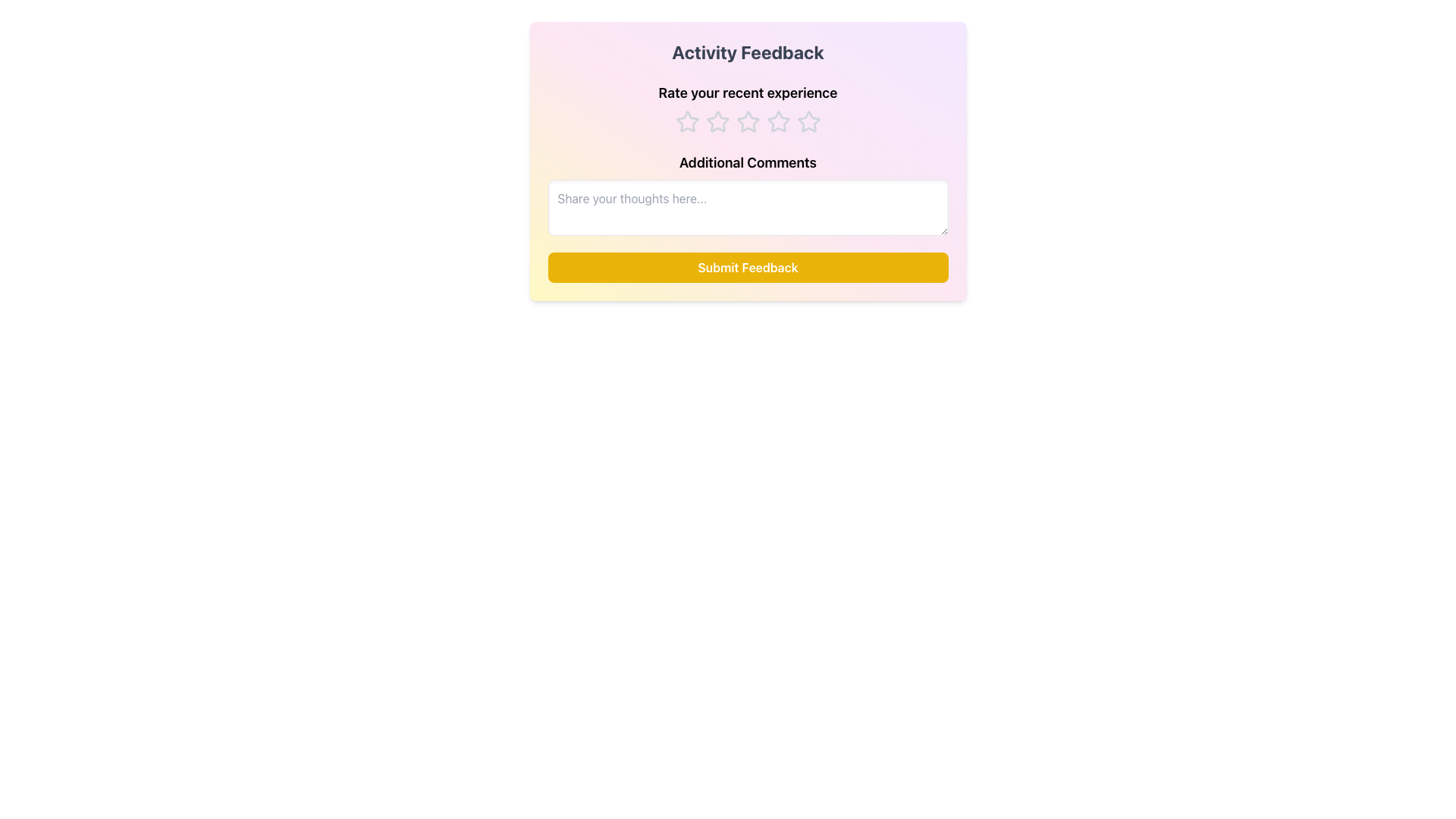  What do you see at coordinates (808, 121) in the screenshot?
I see `the fifth star in the rating system located under the text 'Rate your recent experience'` at bounding box center [808, 121].